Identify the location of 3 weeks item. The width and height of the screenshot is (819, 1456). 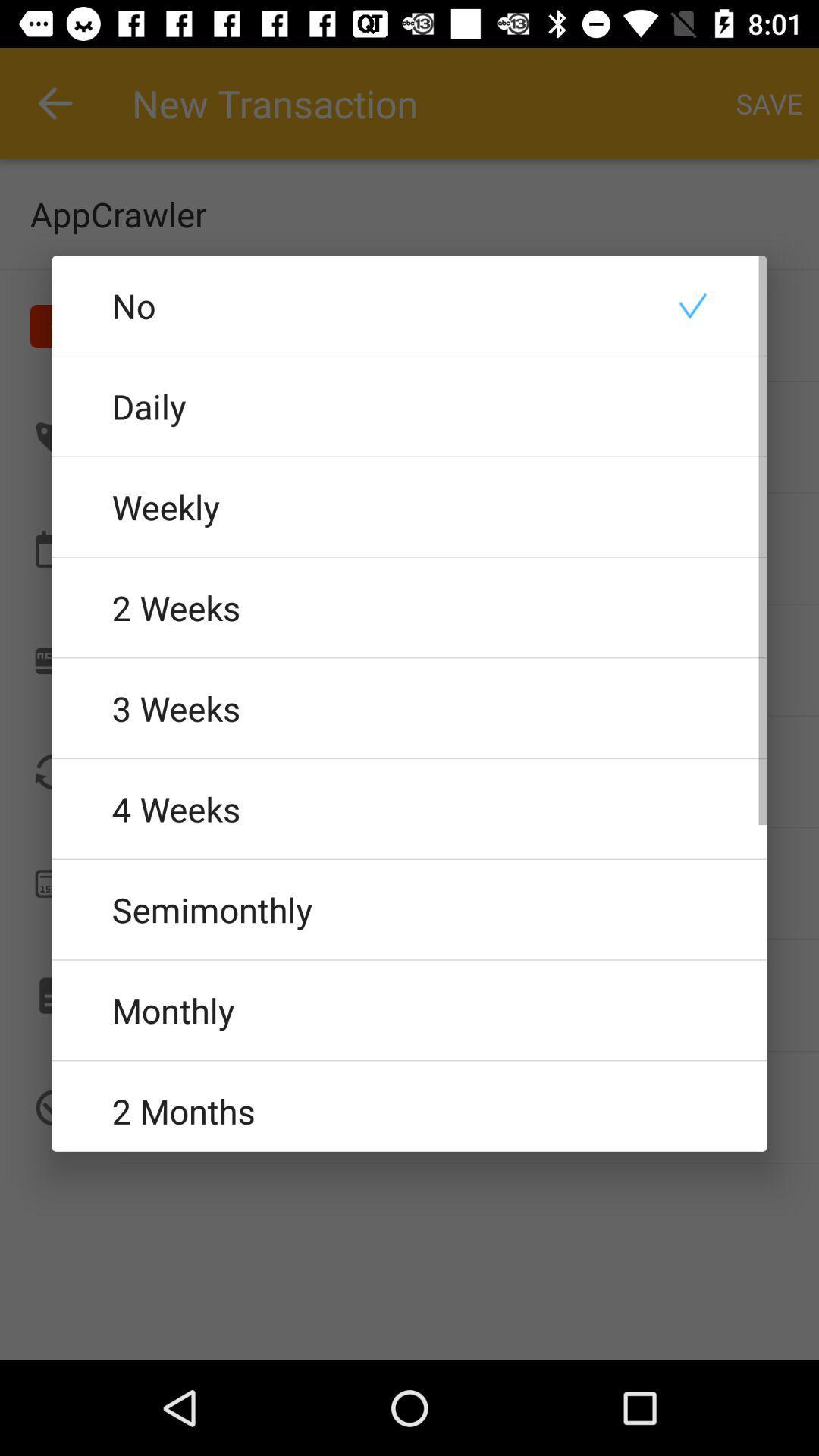
(409, 708).